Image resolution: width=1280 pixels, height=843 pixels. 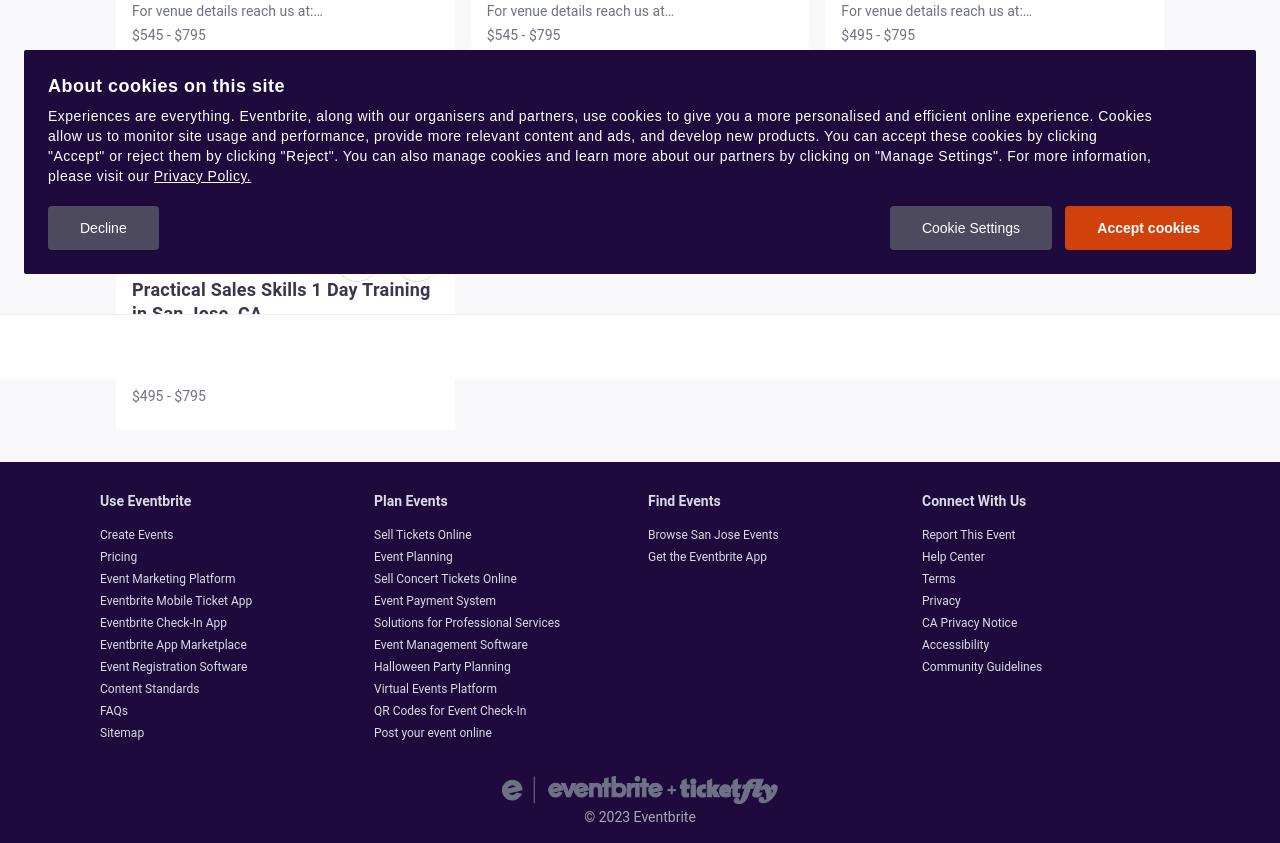 What do you see at coordinates (80, 228) in the screenshot?
I see `'Decline'` at bounding box center [80, 228].